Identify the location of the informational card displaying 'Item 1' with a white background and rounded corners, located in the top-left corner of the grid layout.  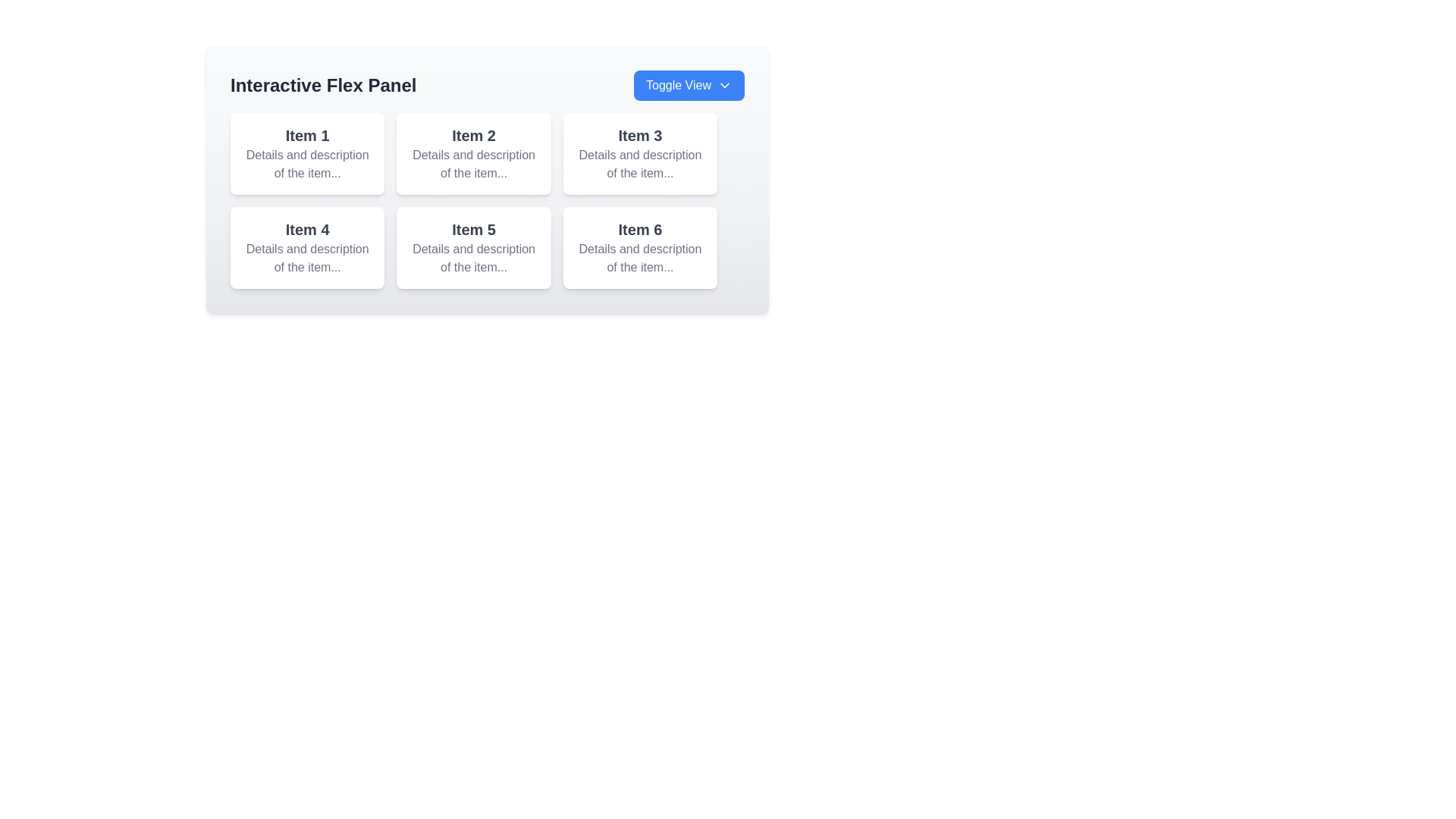
(306, 154).